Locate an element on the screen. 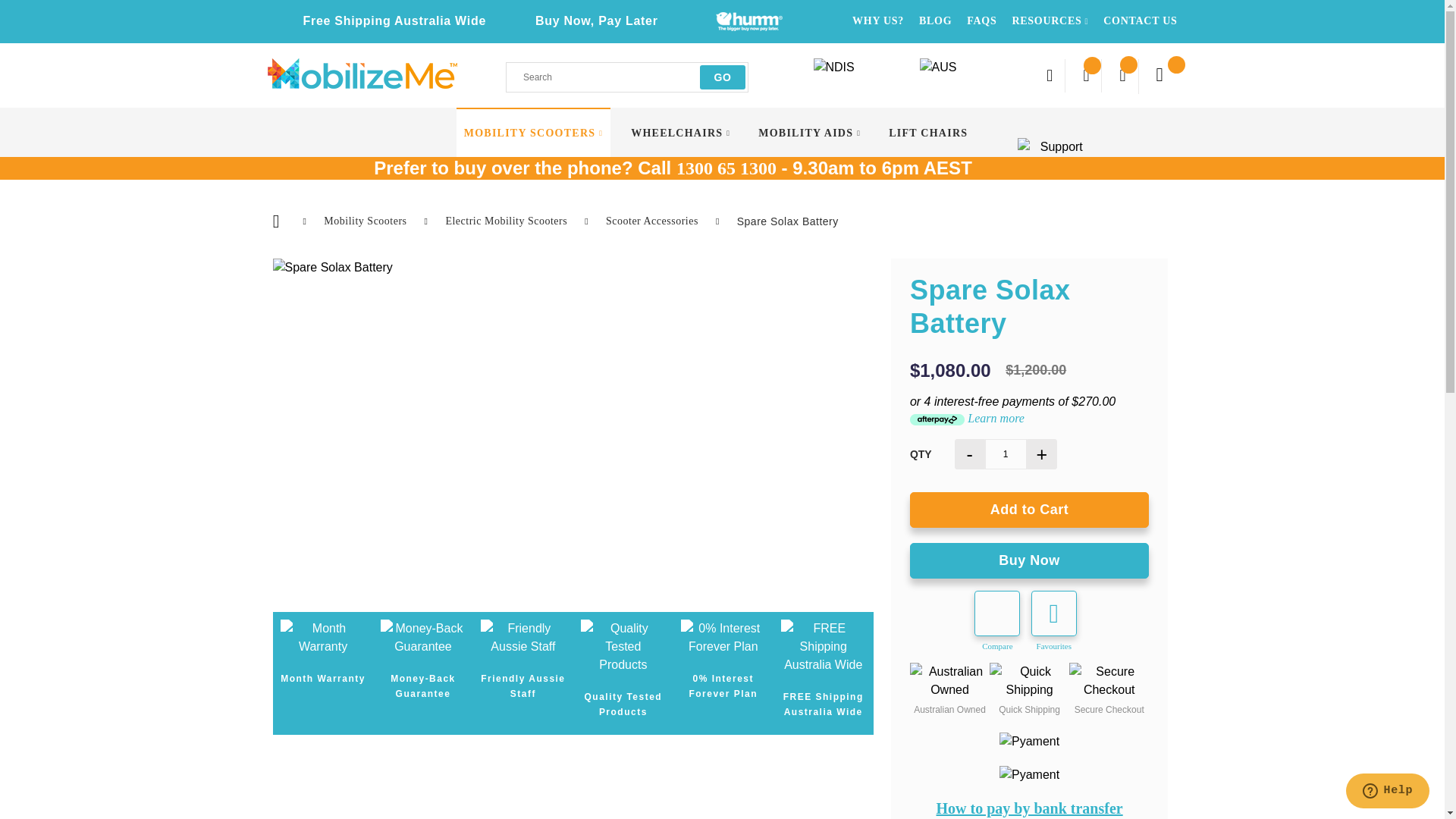 This screenshot has height=819, width=1456. 'RESOURCES' is located at coordinates (1012, 20).